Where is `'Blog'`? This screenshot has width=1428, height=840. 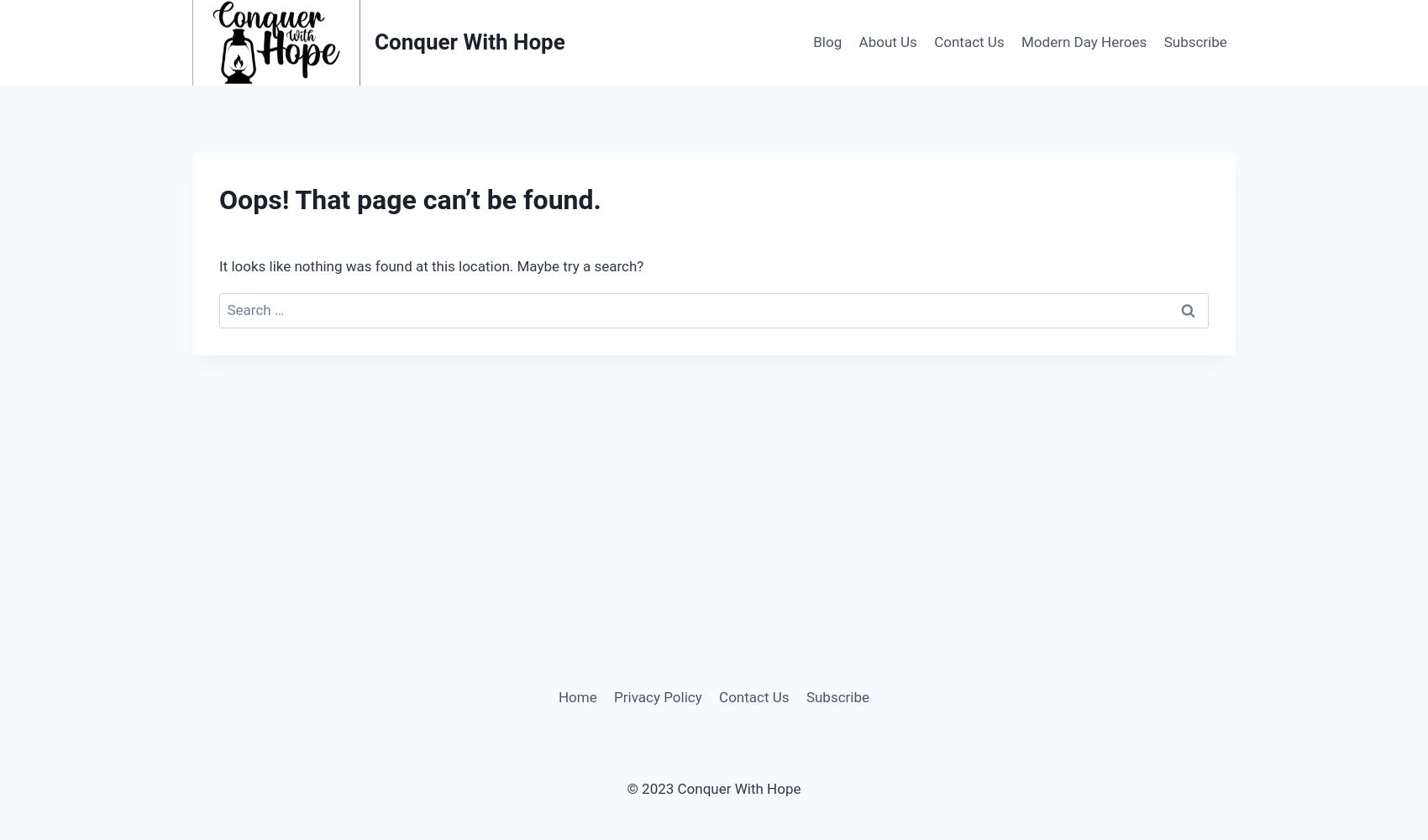 'Blog' is located at coordinates (826, 42).